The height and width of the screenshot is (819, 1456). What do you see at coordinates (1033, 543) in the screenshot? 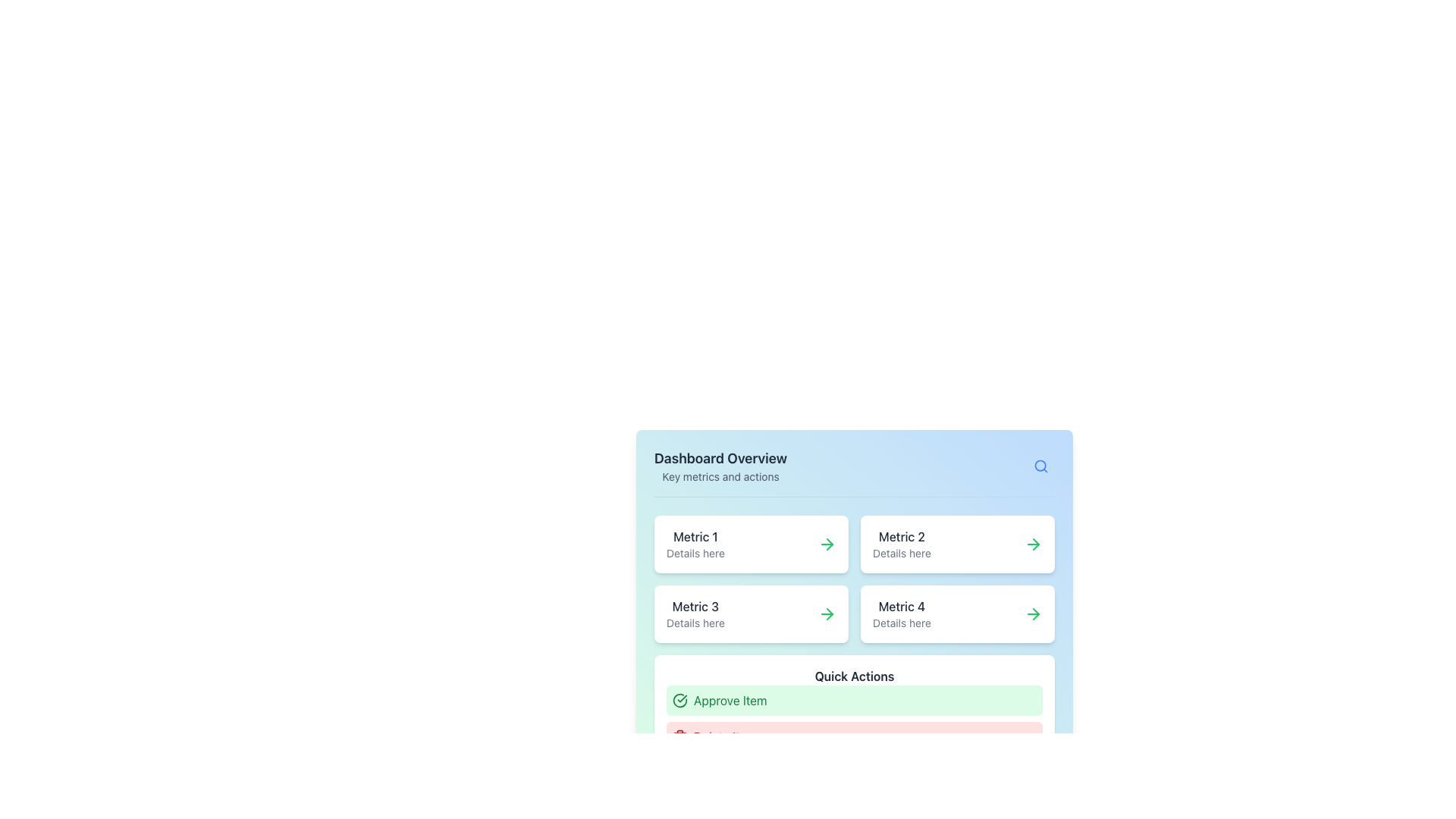
I see `the green arrow icon pointing to the right located within the card labeled 'Metric 2'` at bounding box center [1033, 543].